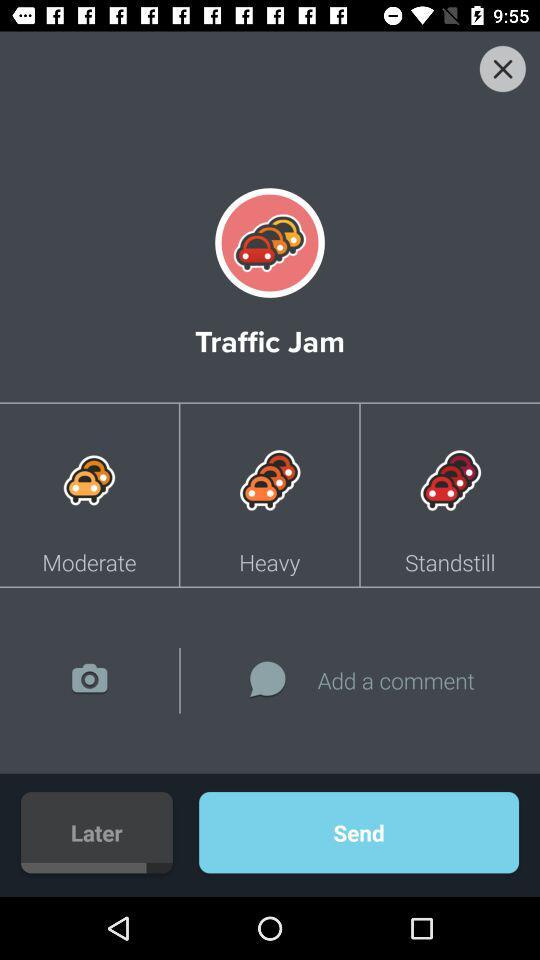 Image resolution: width=540 pixels, height=960 pixels. What do you see at coordinates (501, 69) in the screenshot?
I see `the close icon` at bounding box center [501, 69].